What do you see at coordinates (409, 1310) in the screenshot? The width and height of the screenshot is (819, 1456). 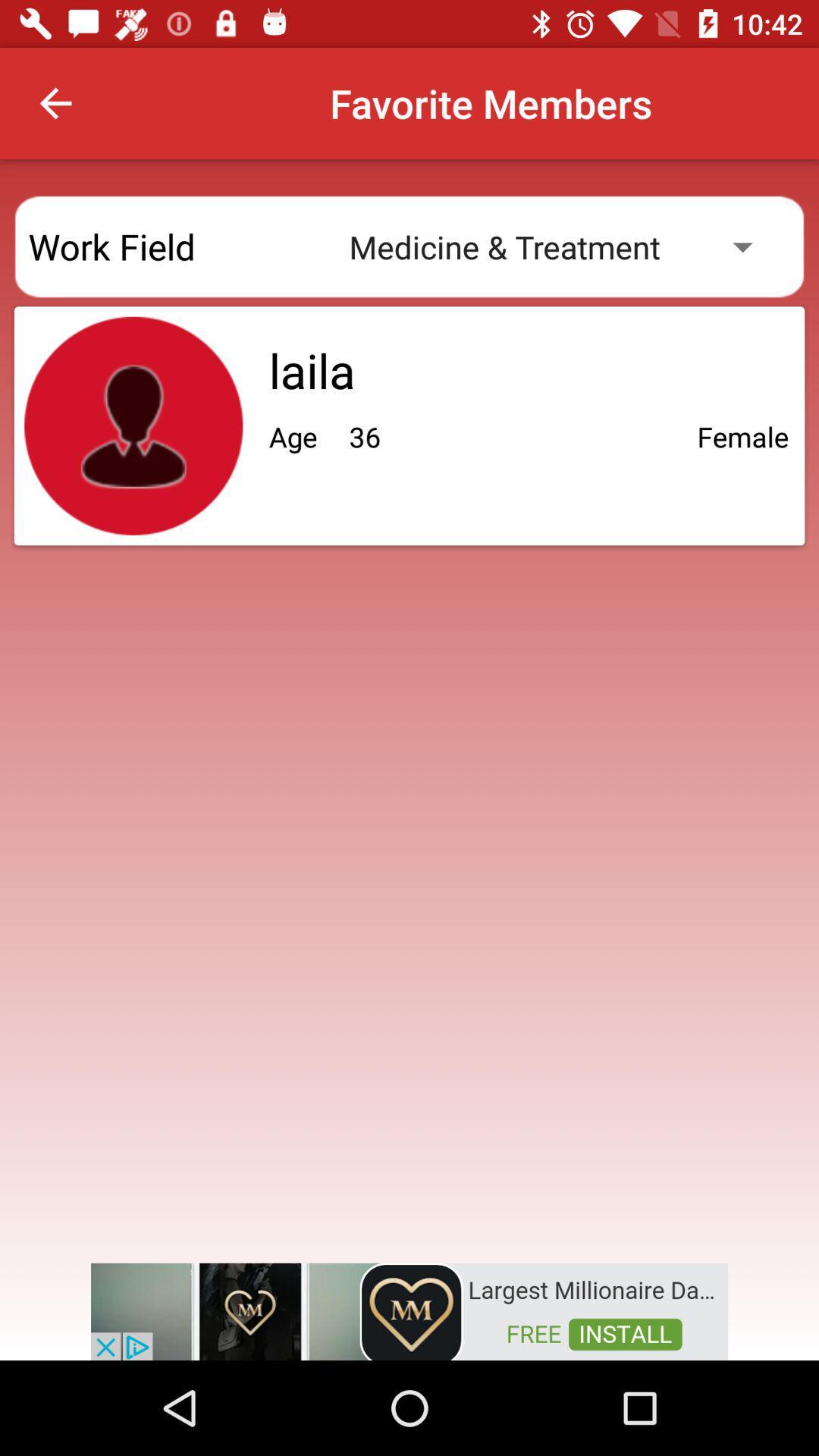 I see `advertisement` at bounding box center [409, 1310].